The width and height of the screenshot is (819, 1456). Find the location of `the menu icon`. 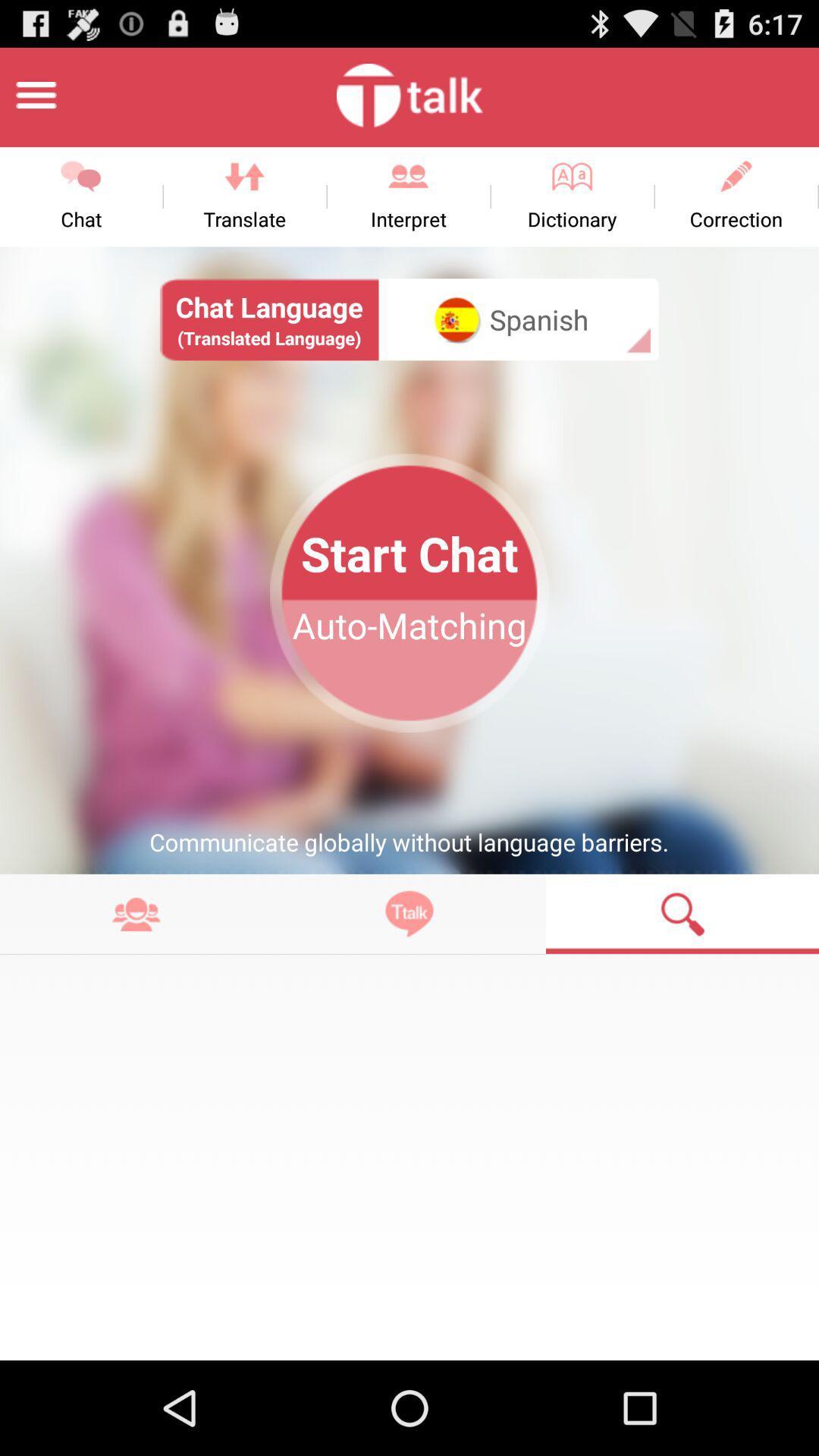

the menu icon is located at coordinates (35, 101).